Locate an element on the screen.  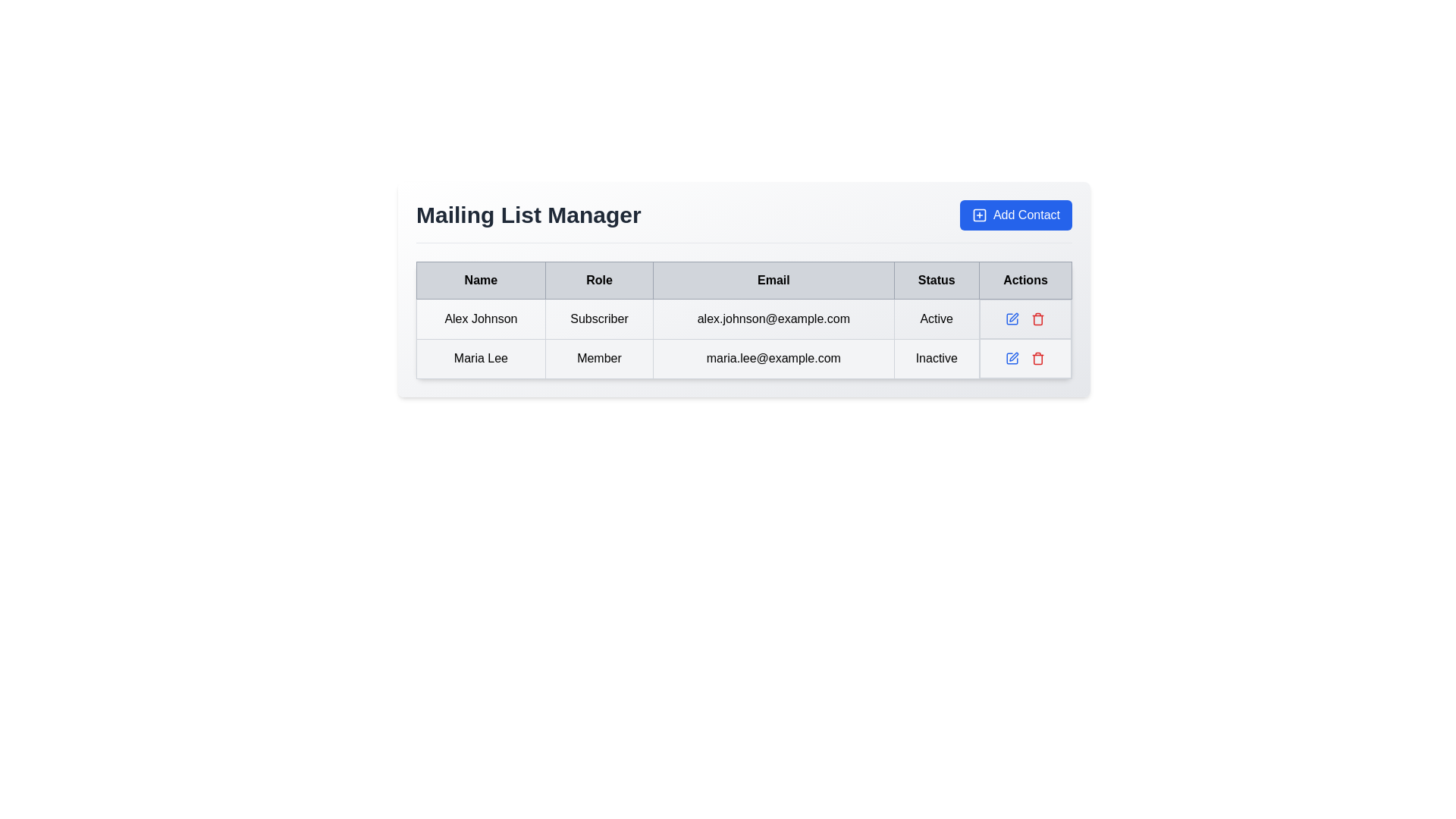
the Text Cell in the 'Status' column of the data table that contains the text 'Active' is located at coordinates (936, 318).